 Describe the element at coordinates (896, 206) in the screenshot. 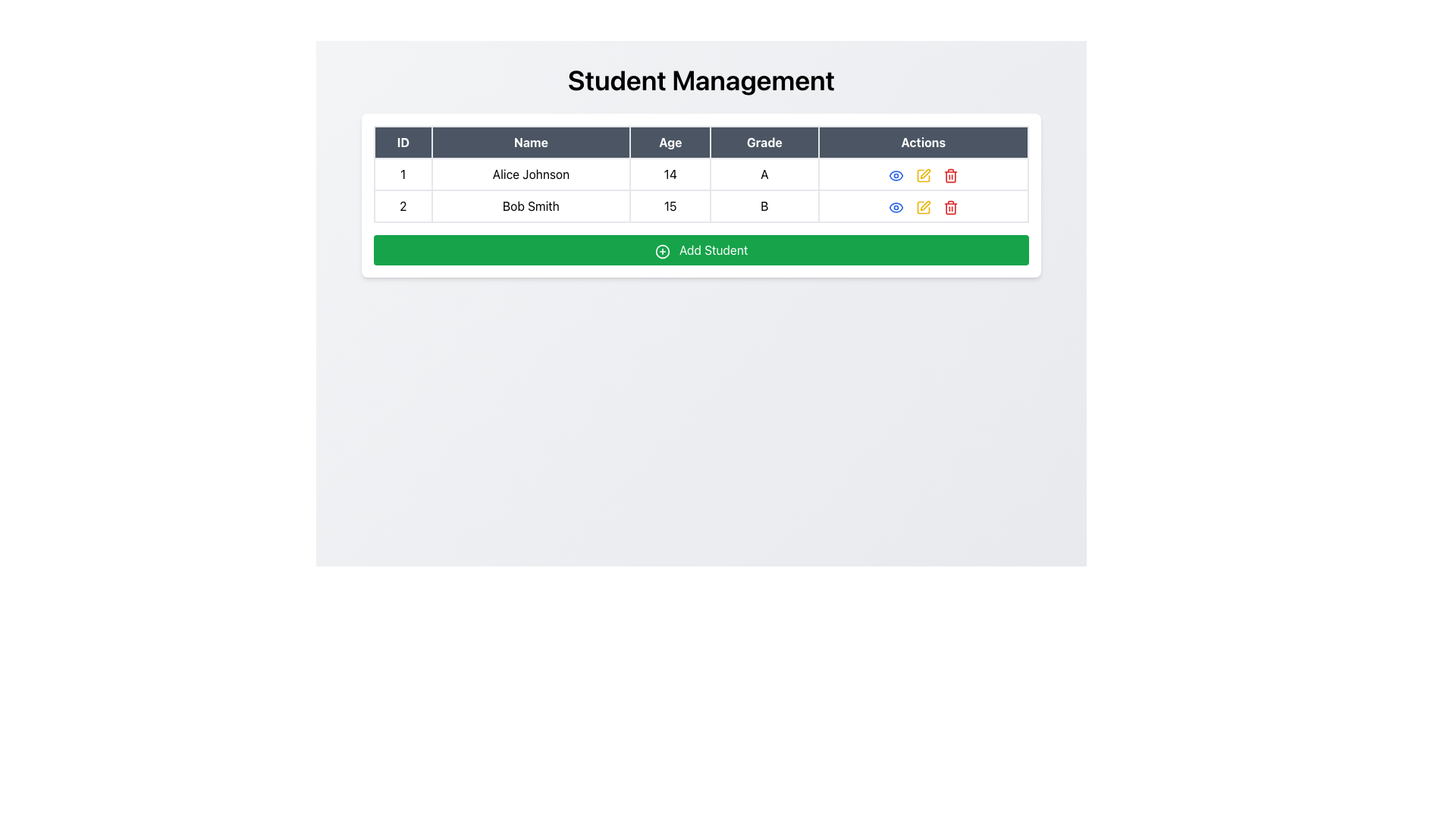

I see `the eye icon button in the Actions column for the student Bob Smith` at that location.